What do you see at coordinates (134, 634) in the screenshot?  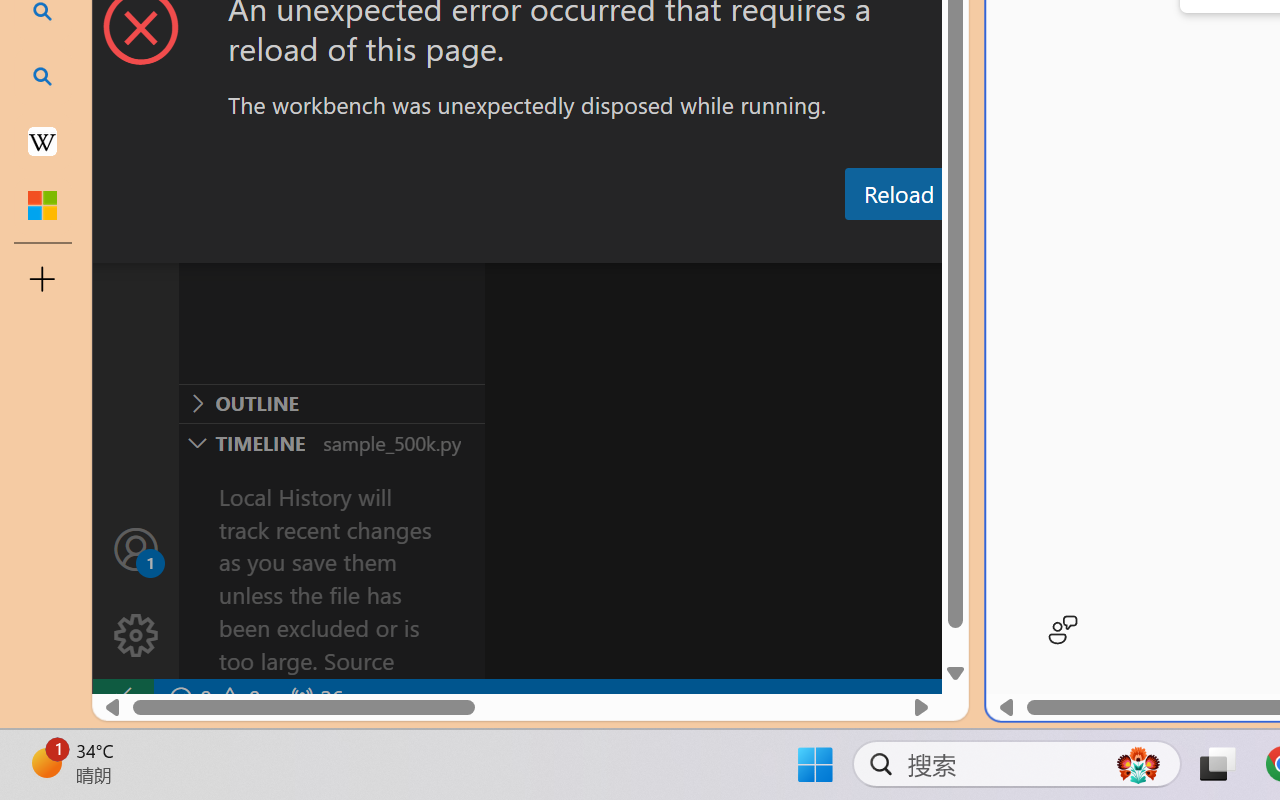 I see `'Manage'` at bounding box center [134, 634].